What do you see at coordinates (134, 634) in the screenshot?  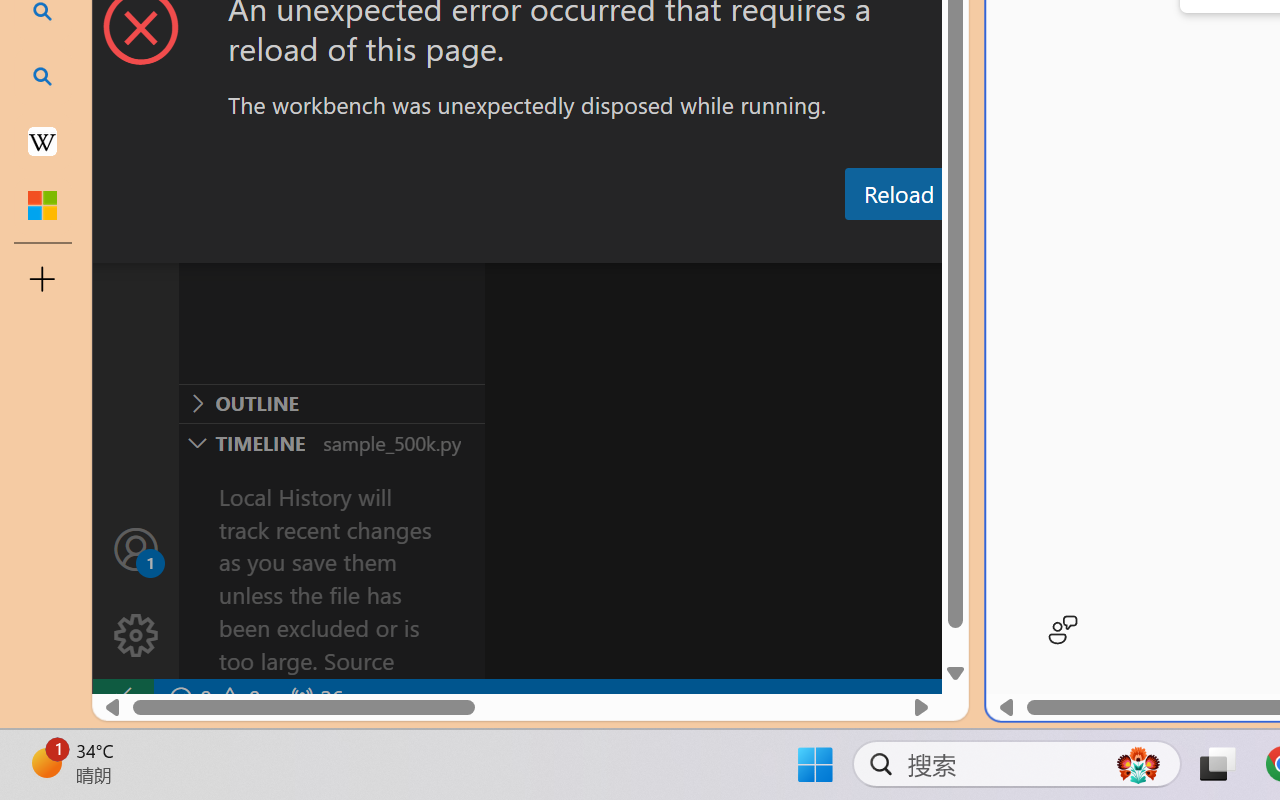 I see `'Manage'` at bounding box center [134, 634].